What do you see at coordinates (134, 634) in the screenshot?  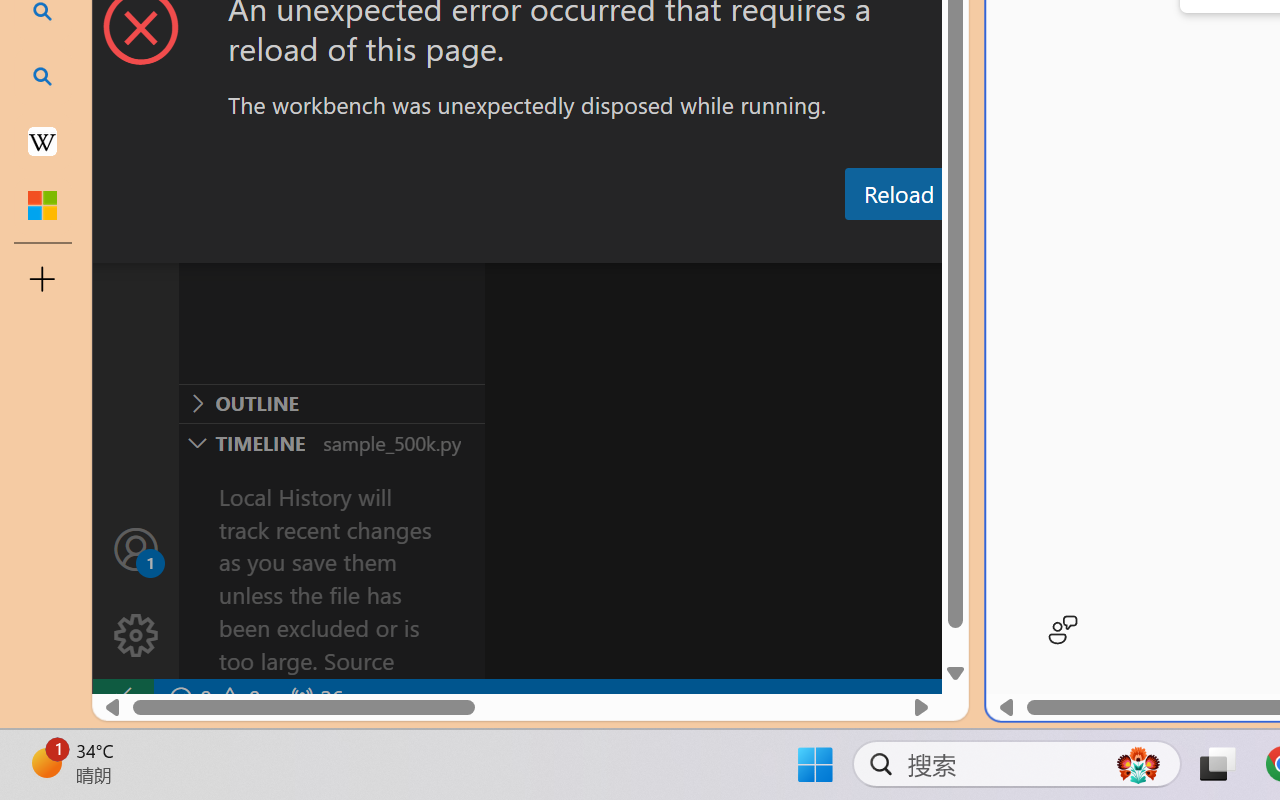 I see `'Manage'` at bounding box center [134, 634].